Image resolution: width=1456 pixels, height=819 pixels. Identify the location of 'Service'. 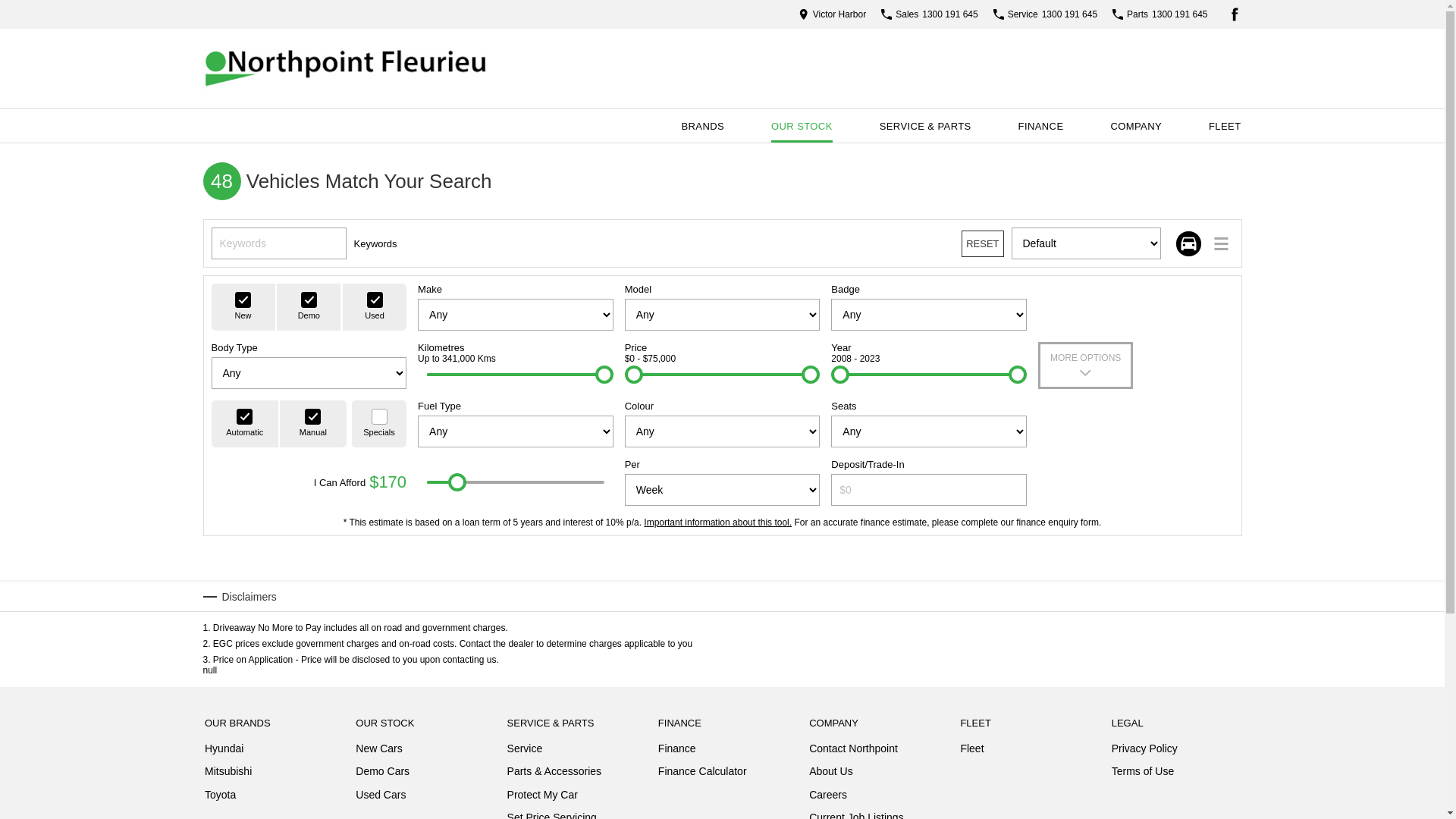
(525, 752).